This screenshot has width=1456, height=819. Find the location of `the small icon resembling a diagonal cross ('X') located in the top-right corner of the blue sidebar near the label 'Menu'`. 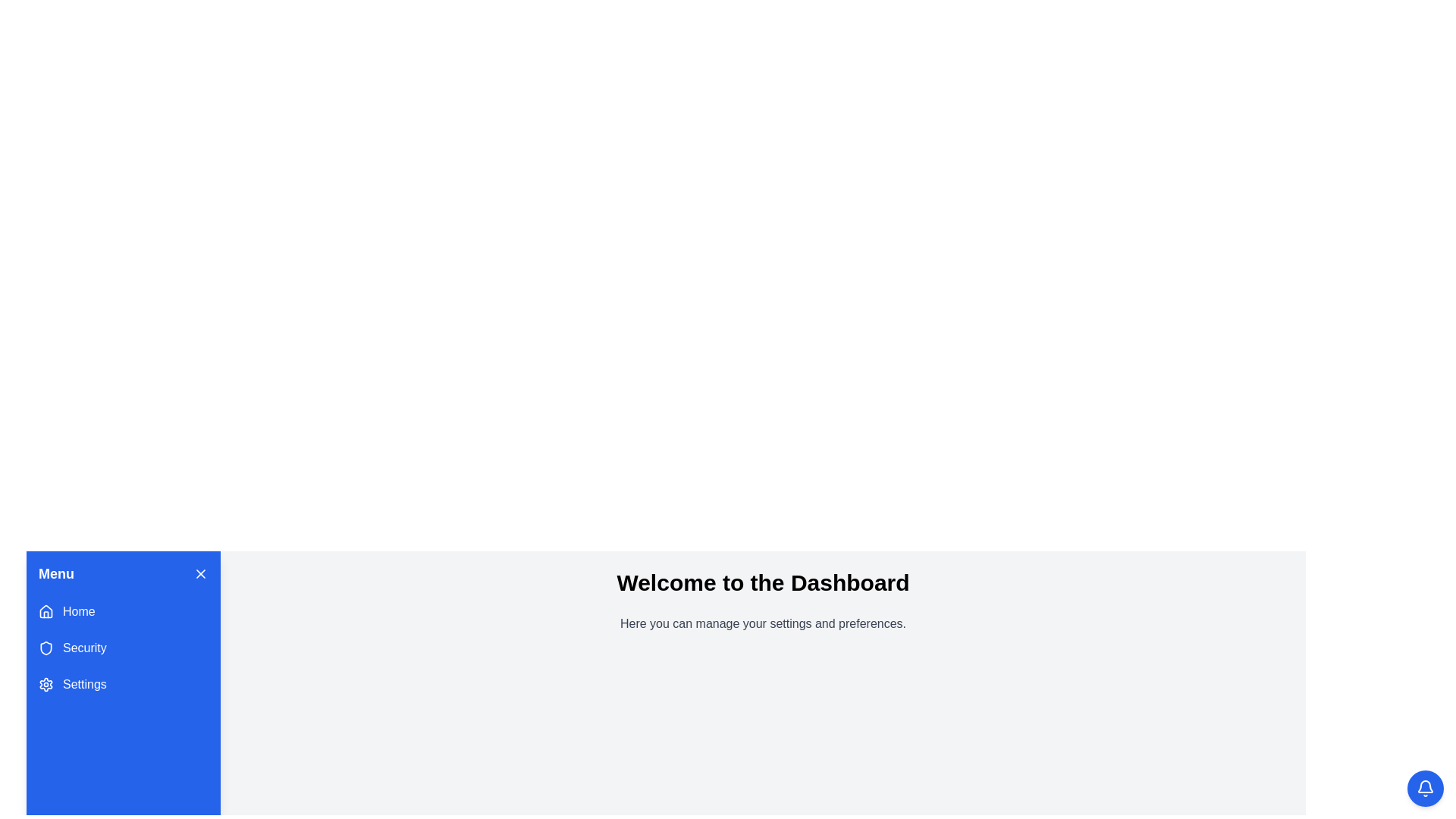

the small icon resembling a diagonal cross ('X') located in the top-right corner of the blue sidebar near the label 'Menu' is located at coordinates (199, 573).